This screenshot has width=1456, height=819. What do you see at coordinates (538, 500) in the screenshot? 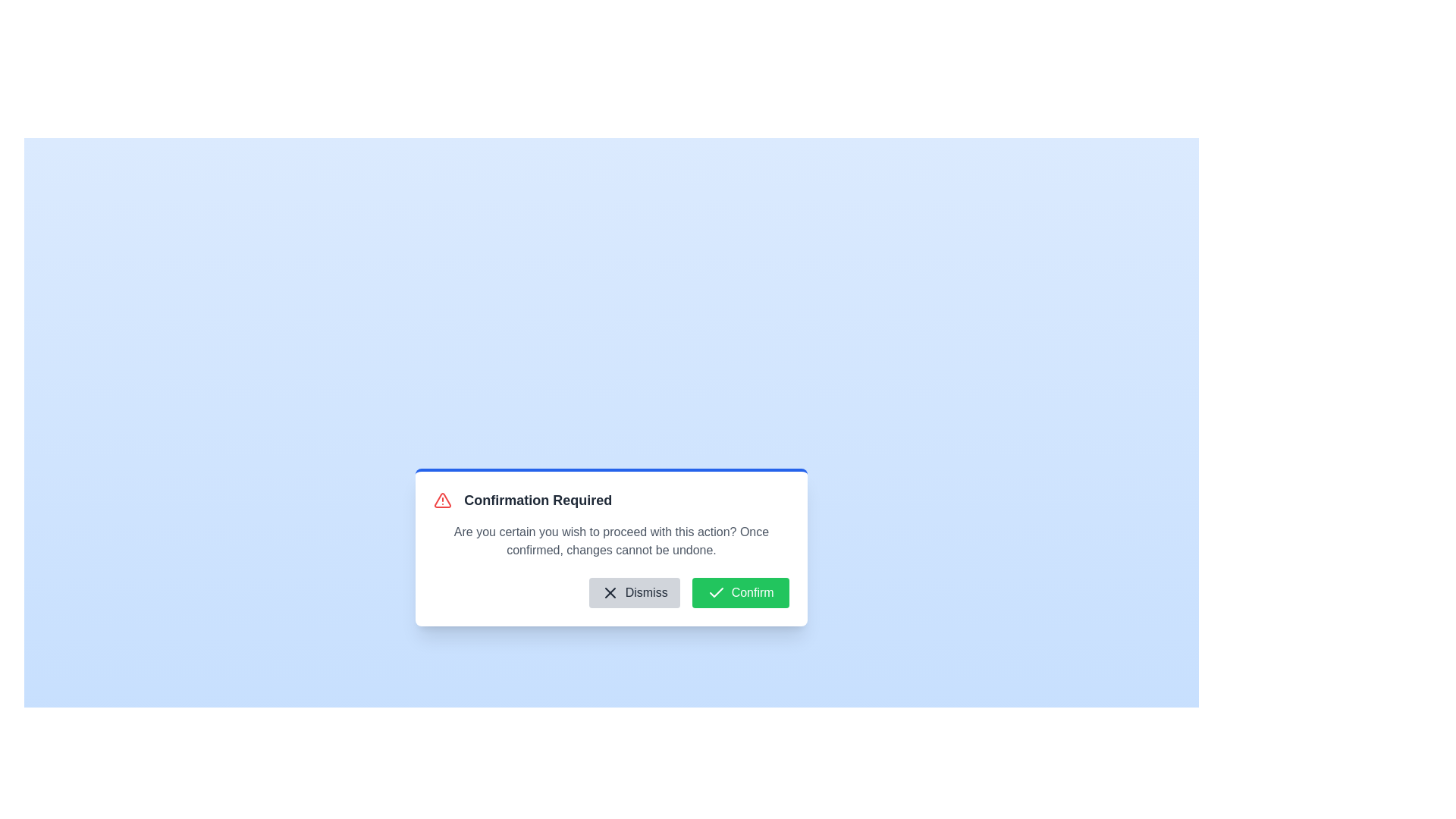
I see `text label displaying 'Confirmation Required', which is a bold, large font text located next to a red warning icon at the top of the confirmation modal` at bounding box center [538, 500].